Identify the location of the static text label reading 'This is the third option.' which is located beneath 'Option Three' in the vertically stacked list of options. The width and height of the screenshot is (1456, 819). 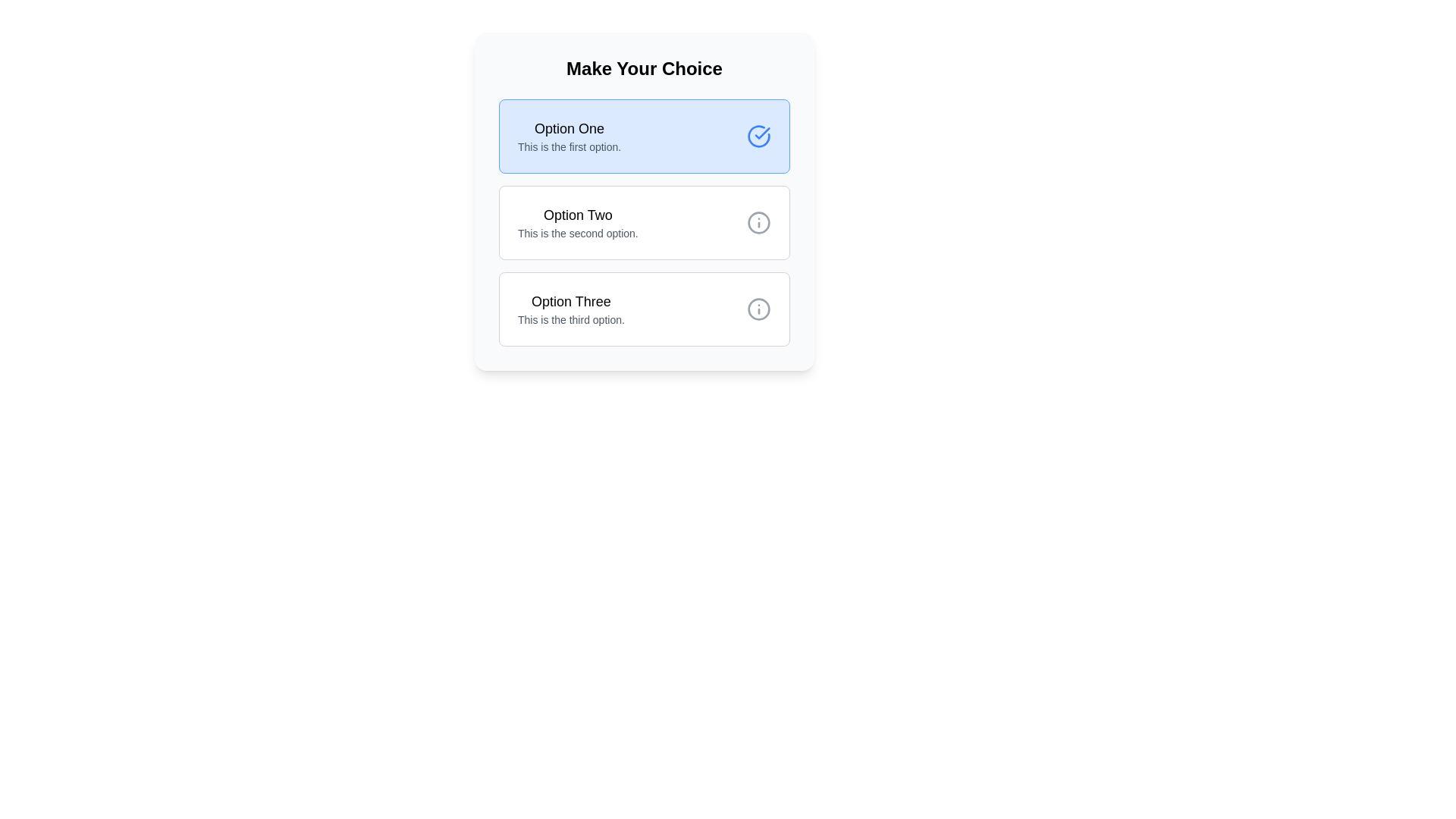
(570, 318).